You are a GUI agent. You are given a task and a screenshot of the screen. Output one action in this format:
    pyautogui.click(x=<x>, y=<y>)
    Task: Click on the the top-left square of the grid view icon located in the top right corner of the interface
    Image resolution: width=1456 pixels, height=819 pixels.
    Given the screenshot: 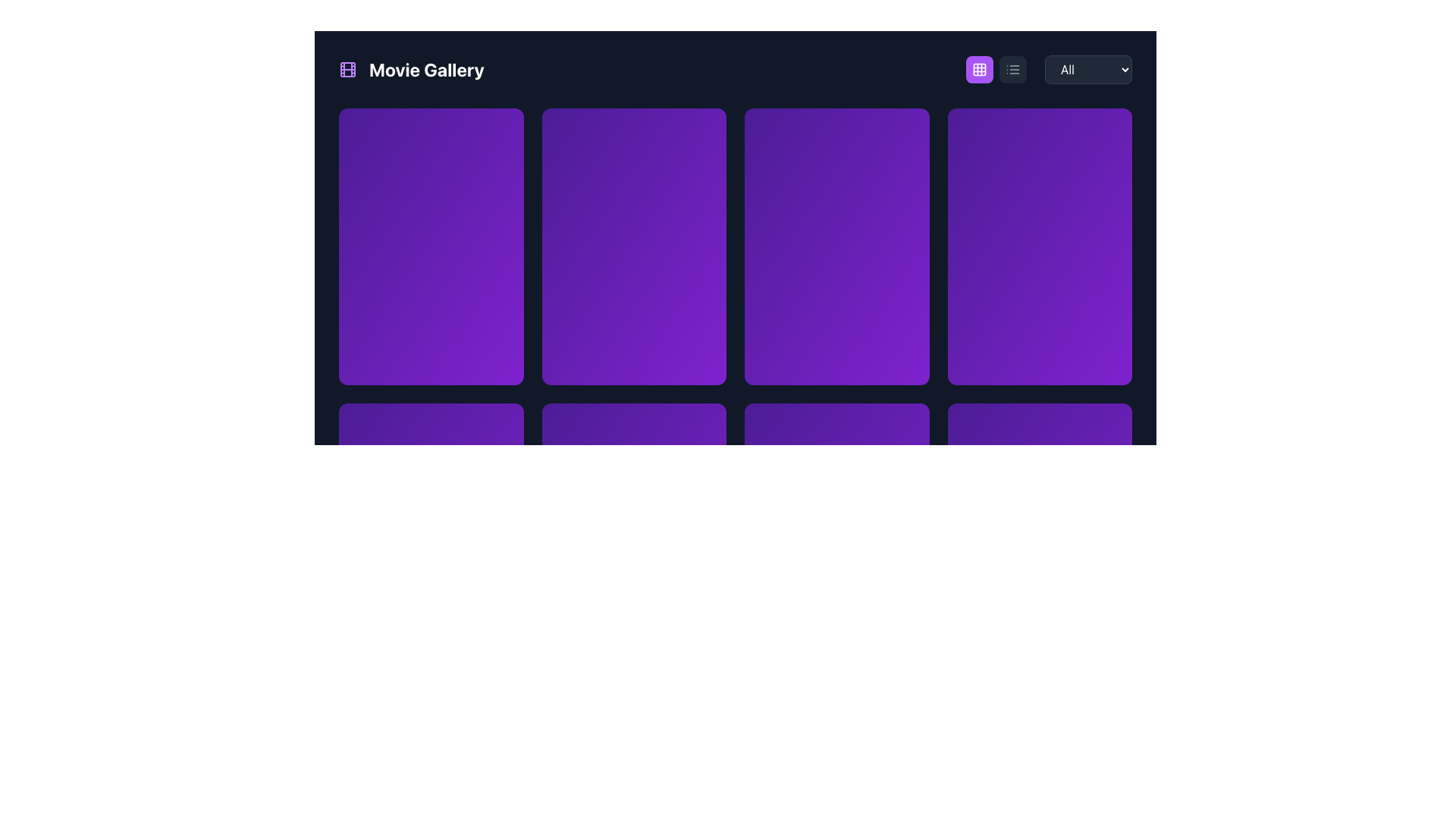 What is the action you would take?
    pyautogui.click(x=979, y=70)
    